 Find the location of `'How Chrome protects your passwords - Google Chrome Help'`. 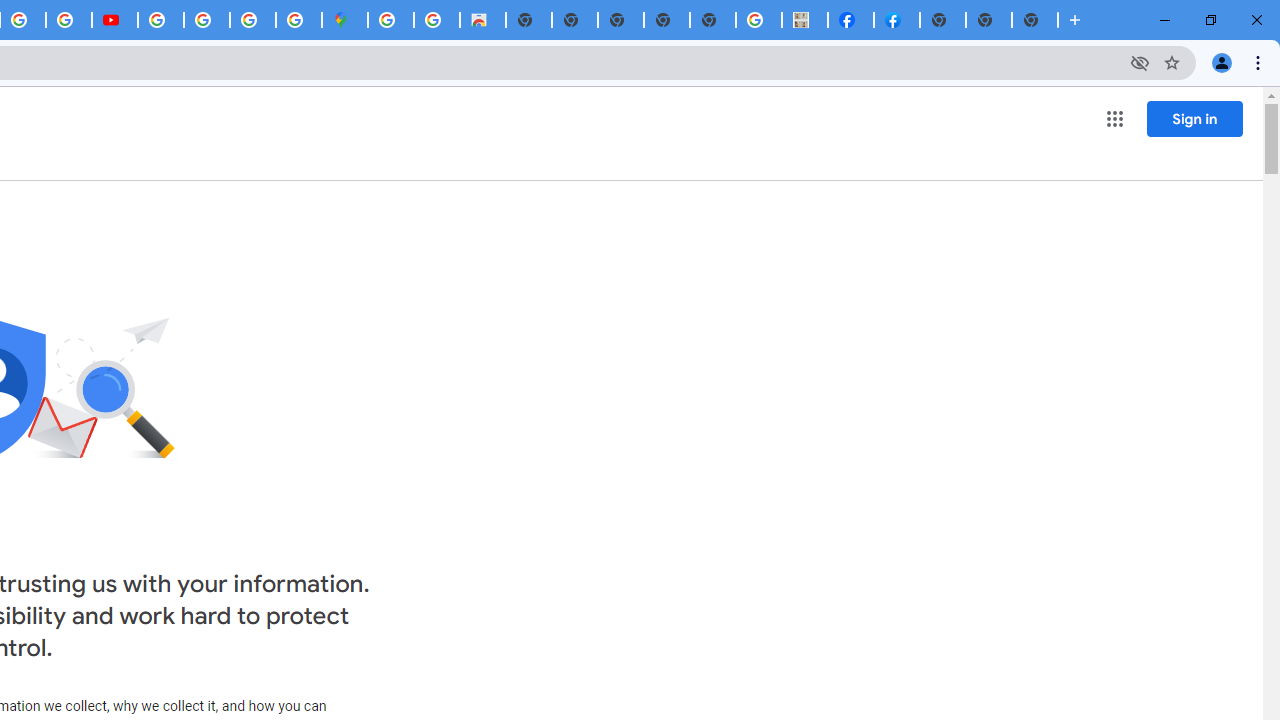

'How Chrome protects your passwords - Google Chrome Help' is located at coordinates (161, 20).